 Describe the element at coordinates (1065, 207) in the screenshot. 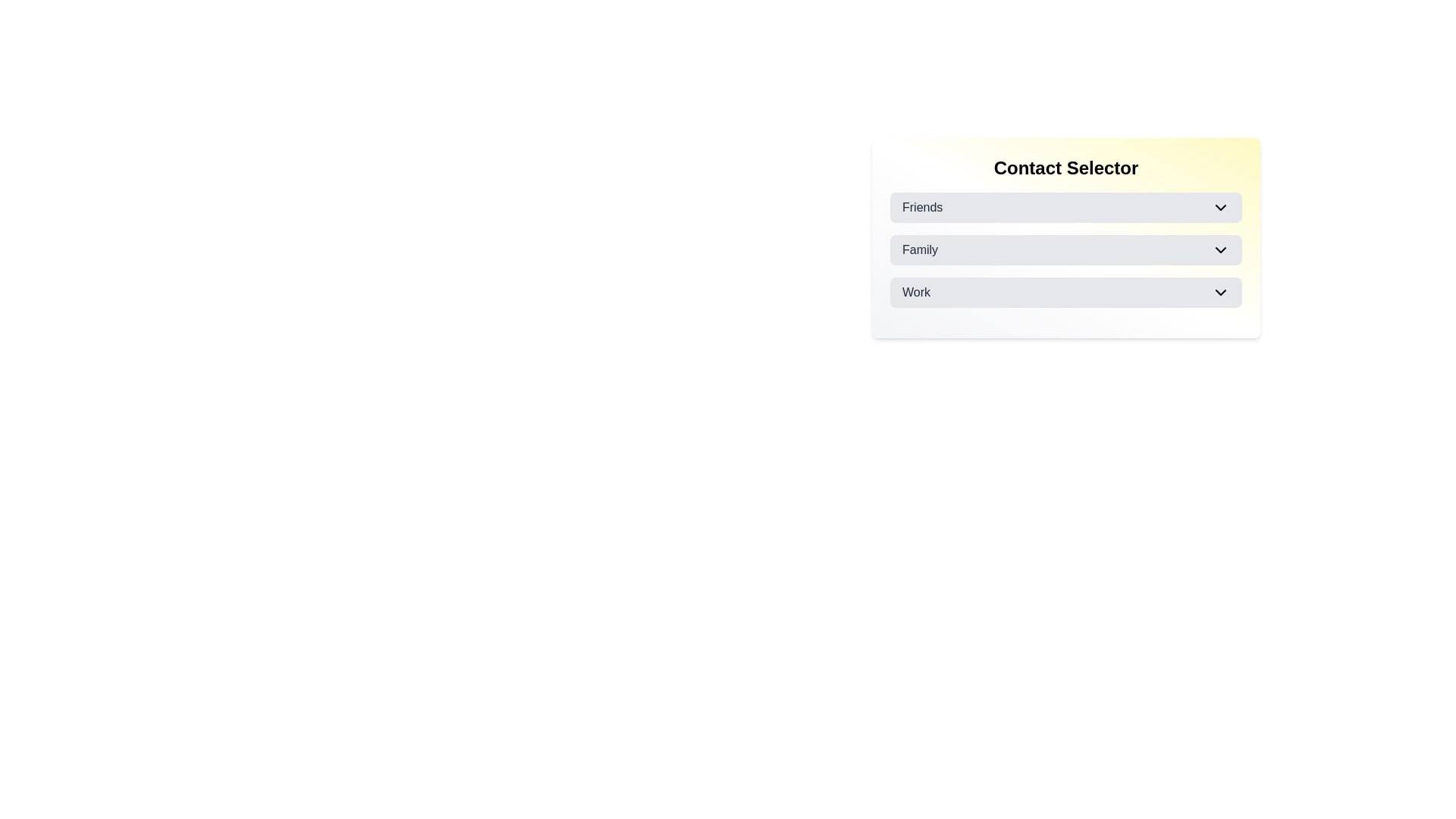

I see `the Dropdown selector labeled 'Friends' which is the first item below the 'Contact Selector' heading` at that location.